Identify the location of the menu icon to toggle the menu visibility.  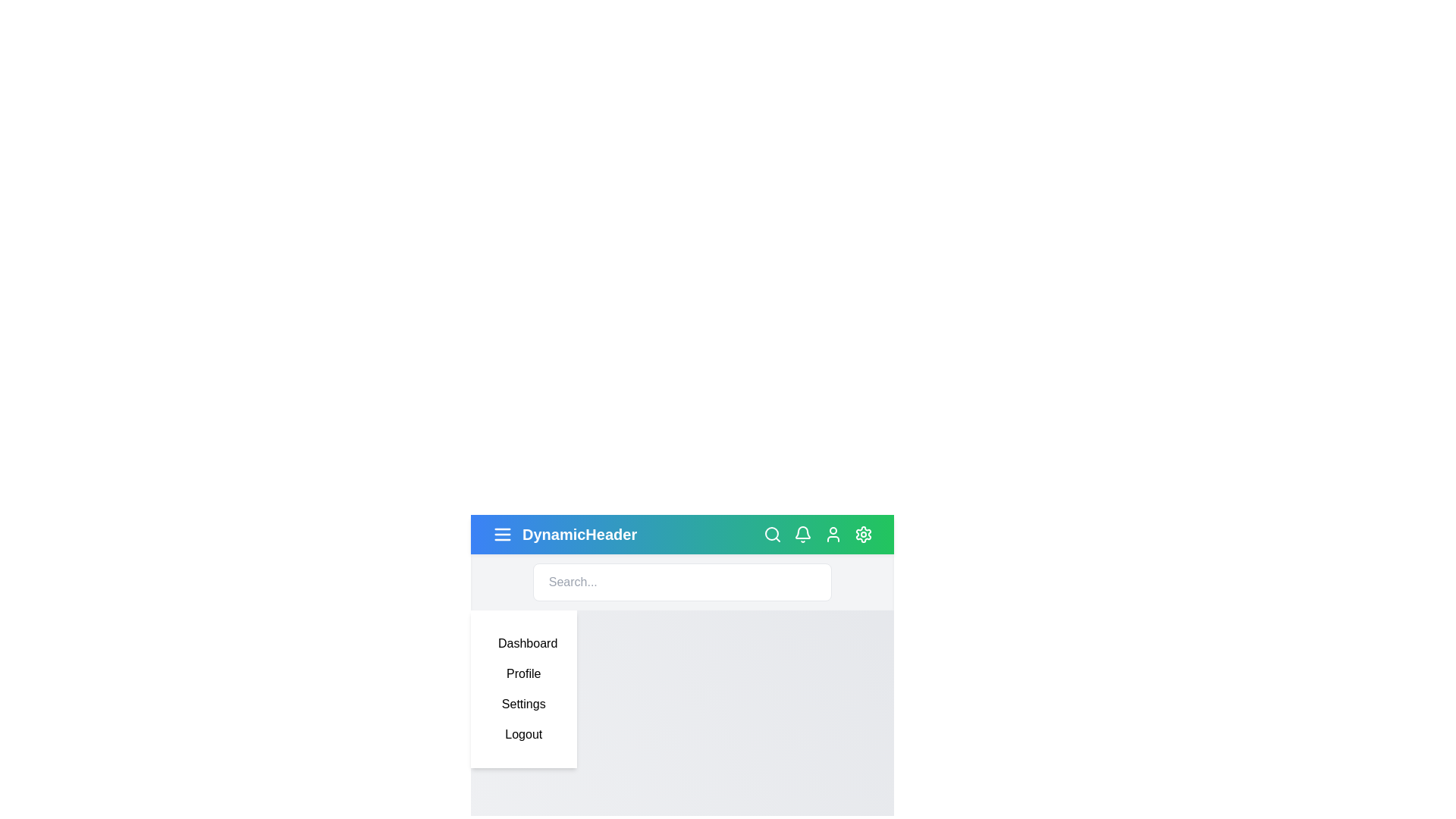
(502, 534).